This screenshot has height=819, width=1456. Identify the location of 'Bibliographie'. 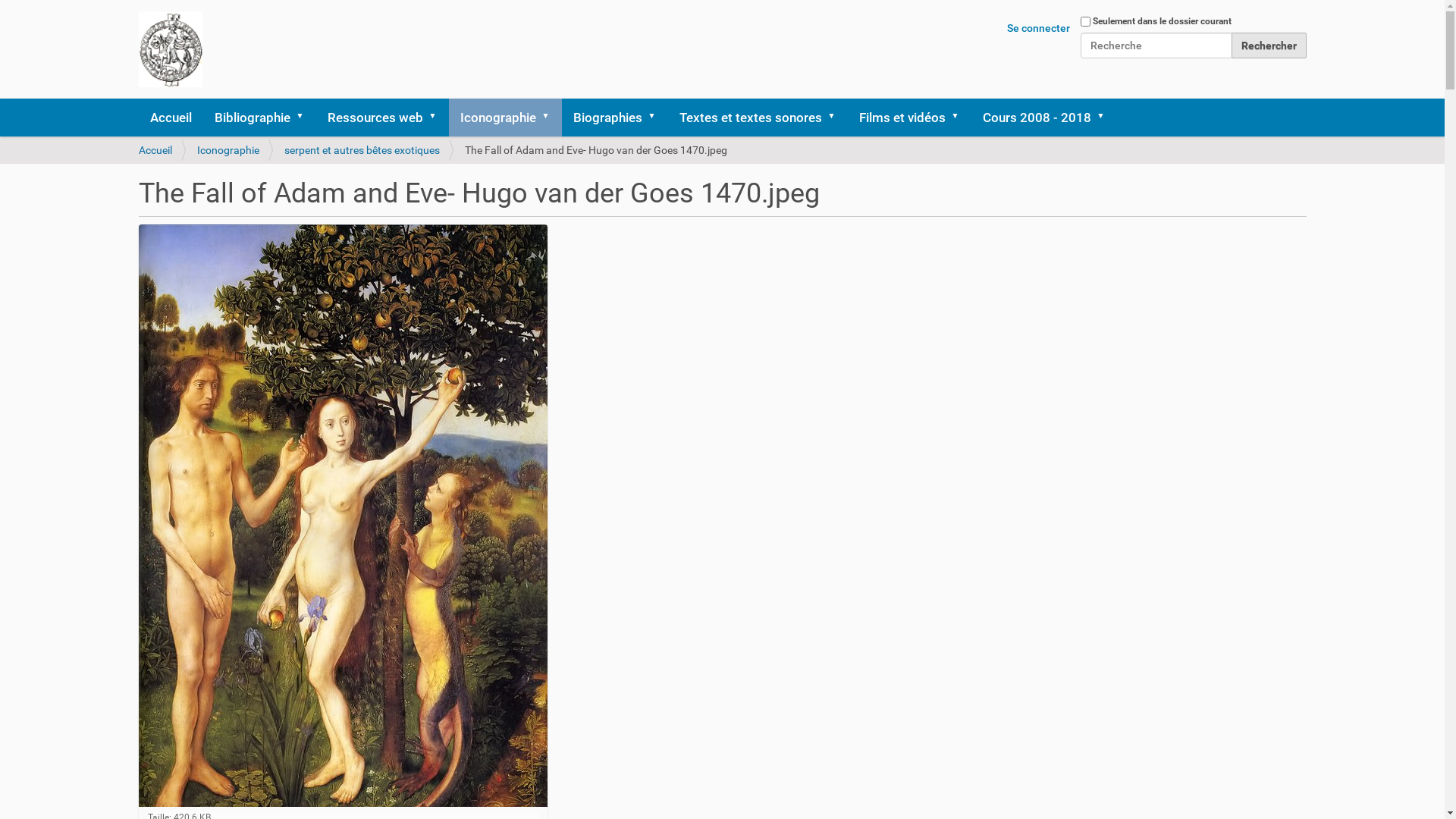
(259, 116).